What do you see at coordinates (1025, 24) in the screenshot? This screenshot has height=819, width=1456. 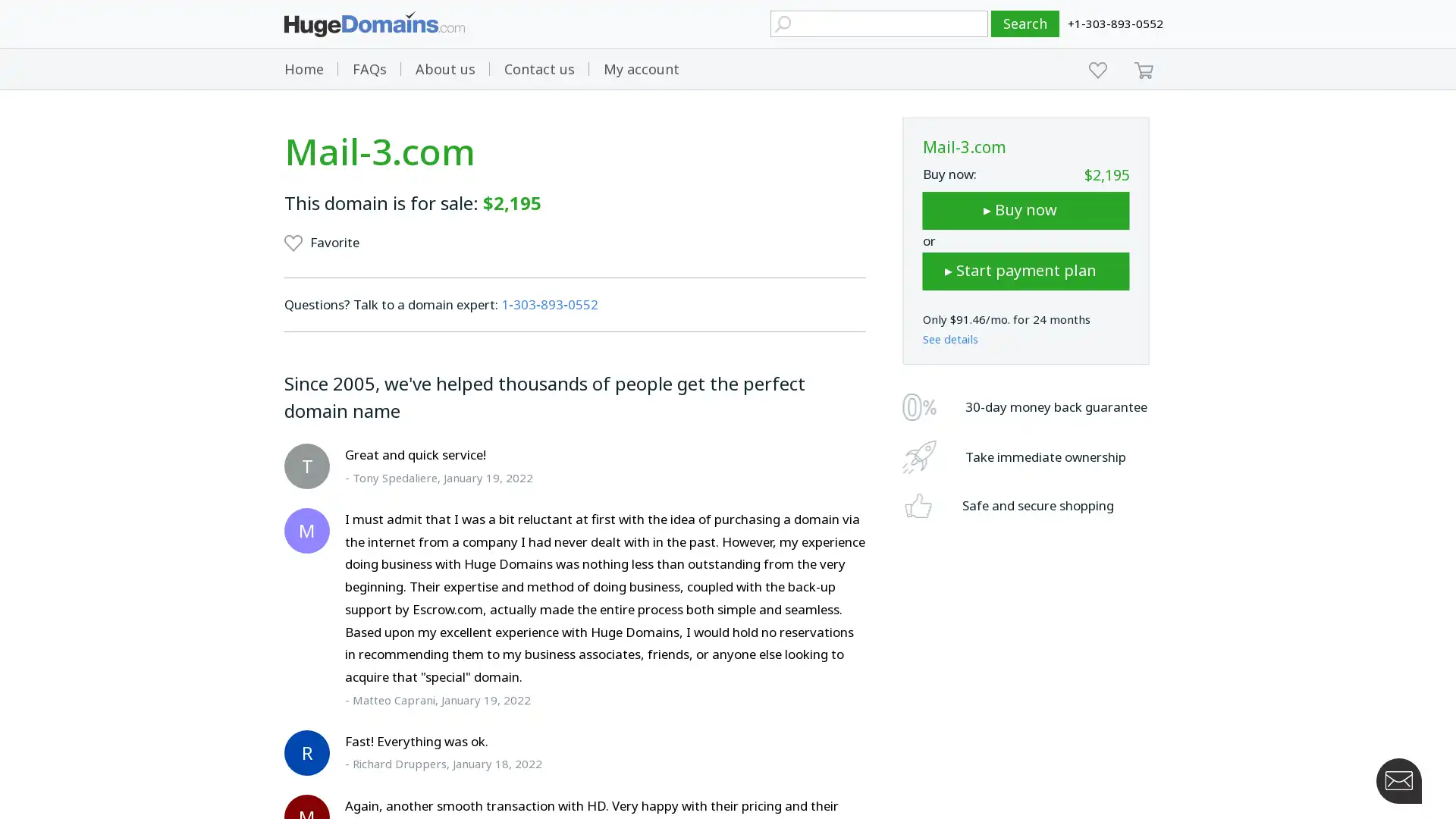 I see `Search` at bounding box center [1025, 24].